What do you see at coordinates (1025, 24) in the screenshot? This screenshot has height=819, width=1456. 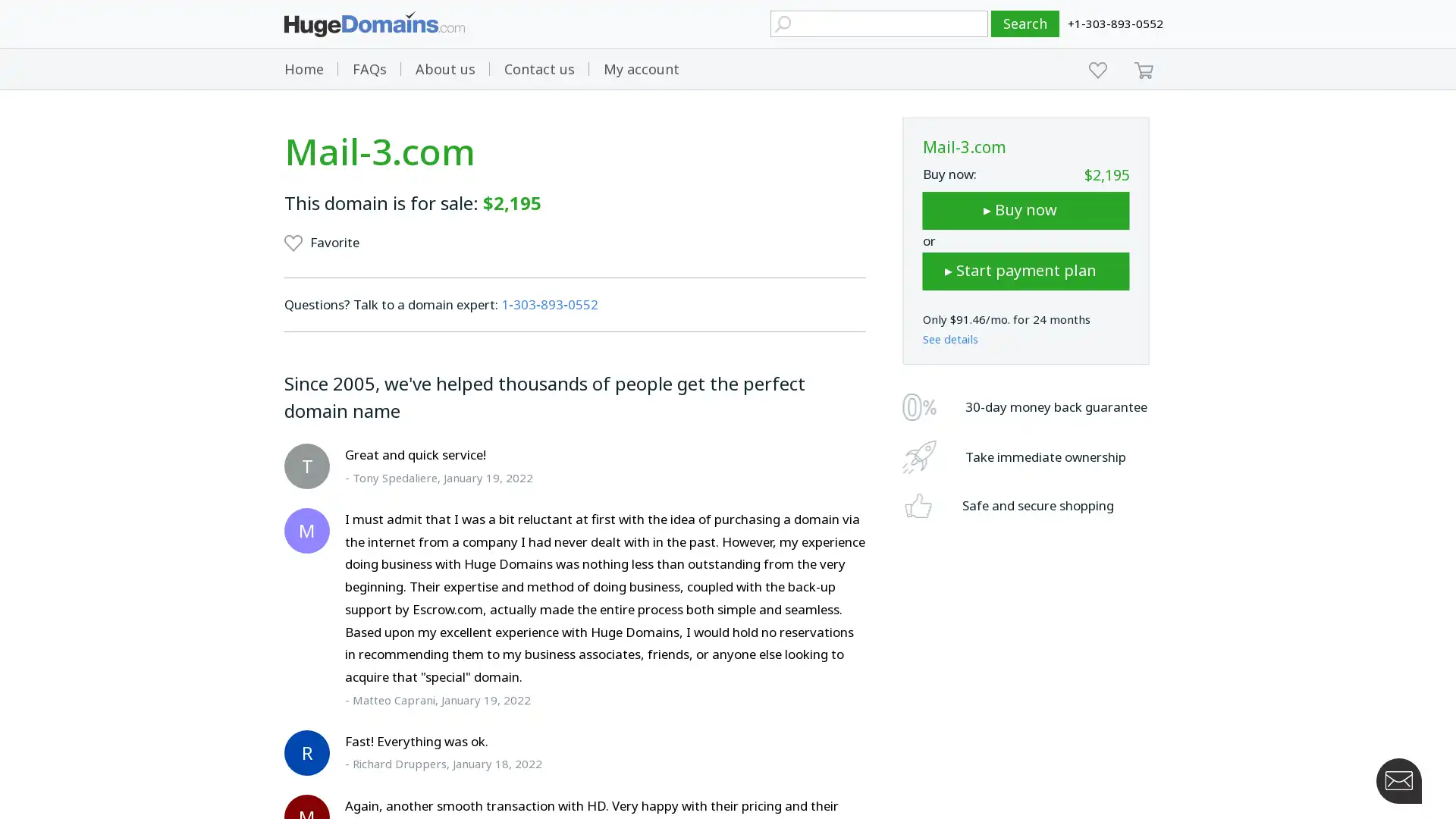 I see `Search` at bounding box center [1025, 24].